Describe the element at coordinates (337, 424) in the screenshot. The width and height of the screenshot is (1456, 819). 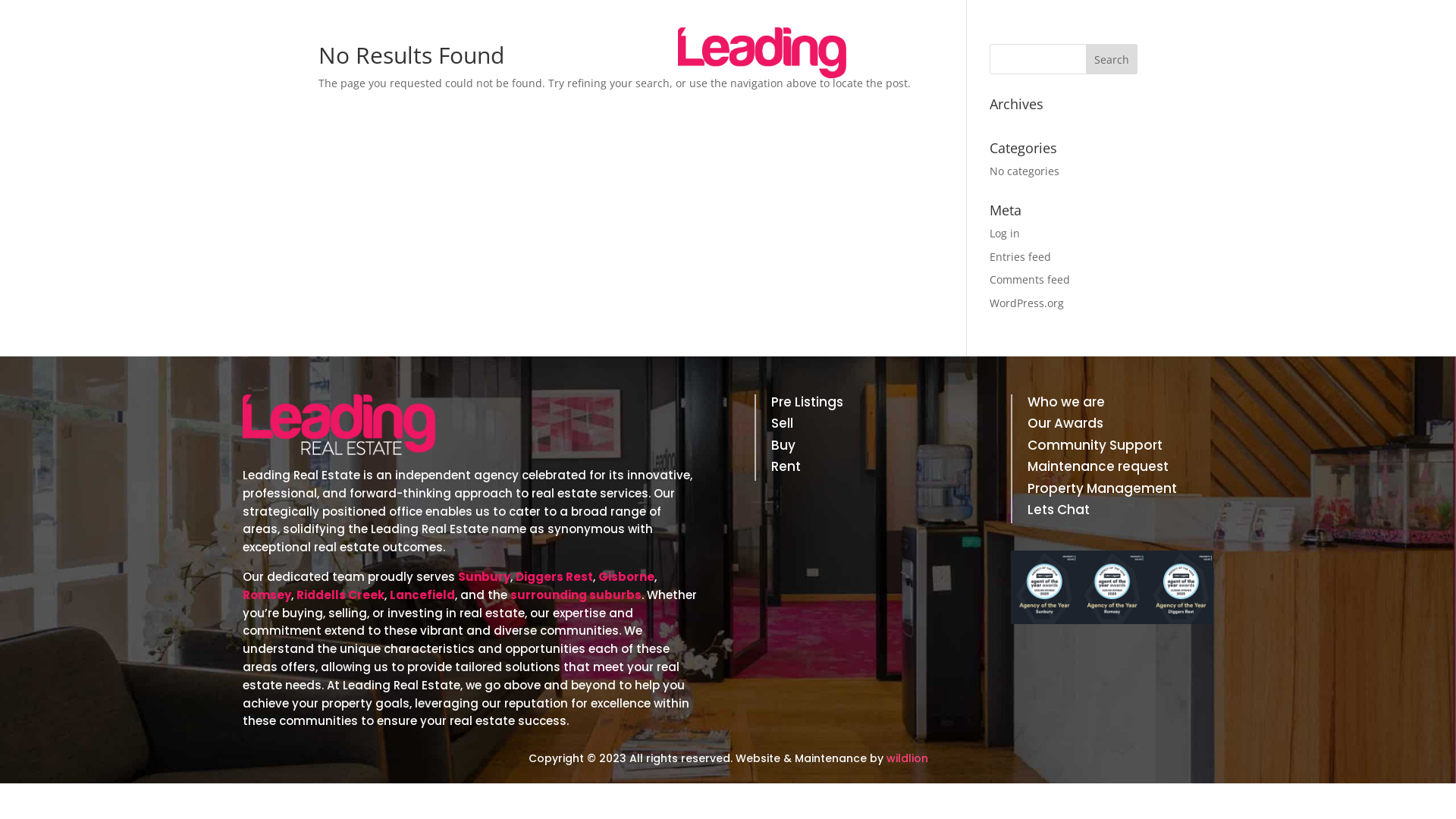
I see `'logo.white_'` at that location.